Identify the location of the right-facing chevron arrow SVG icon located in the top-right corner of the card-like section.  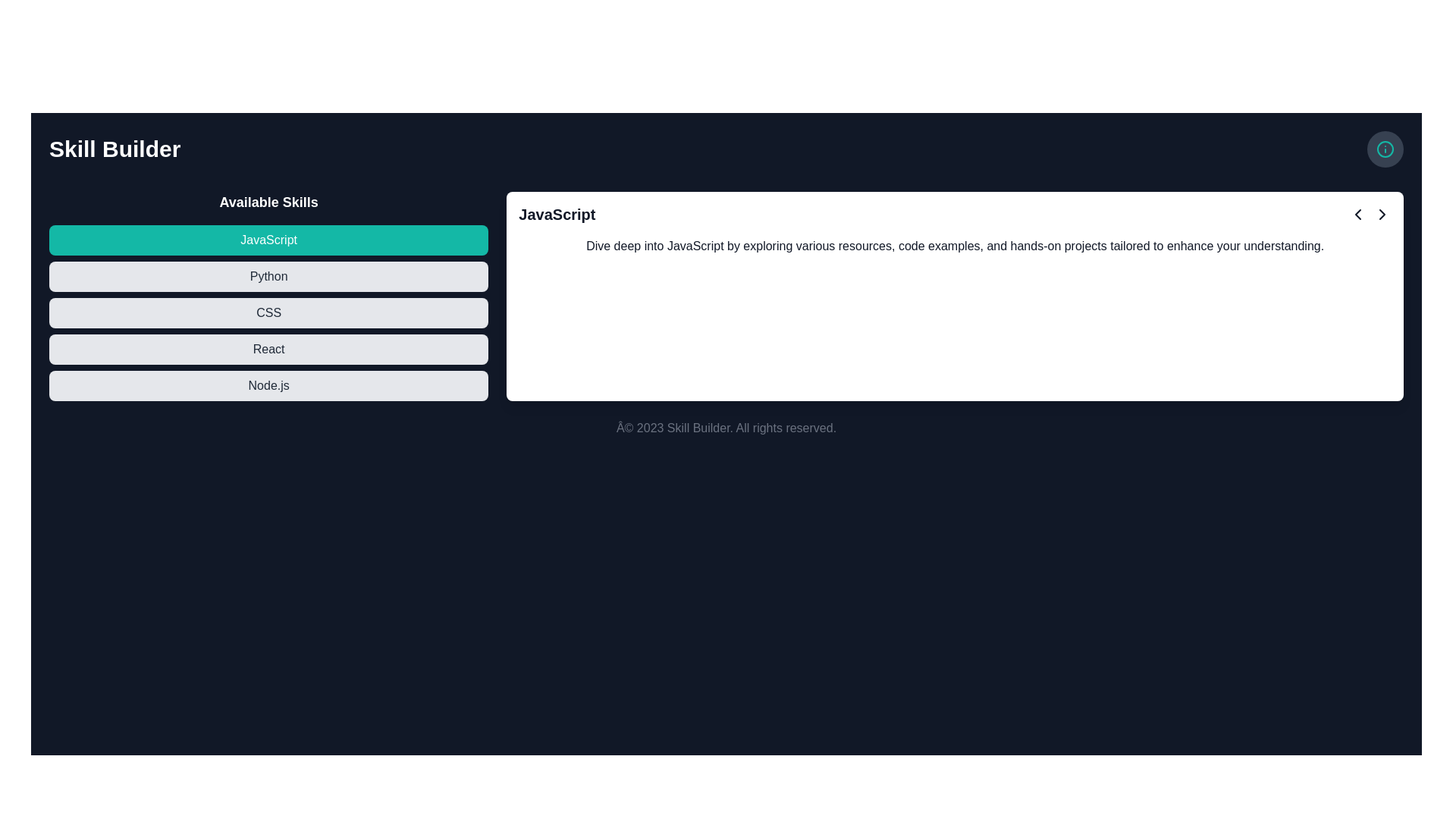
(1382, 214).